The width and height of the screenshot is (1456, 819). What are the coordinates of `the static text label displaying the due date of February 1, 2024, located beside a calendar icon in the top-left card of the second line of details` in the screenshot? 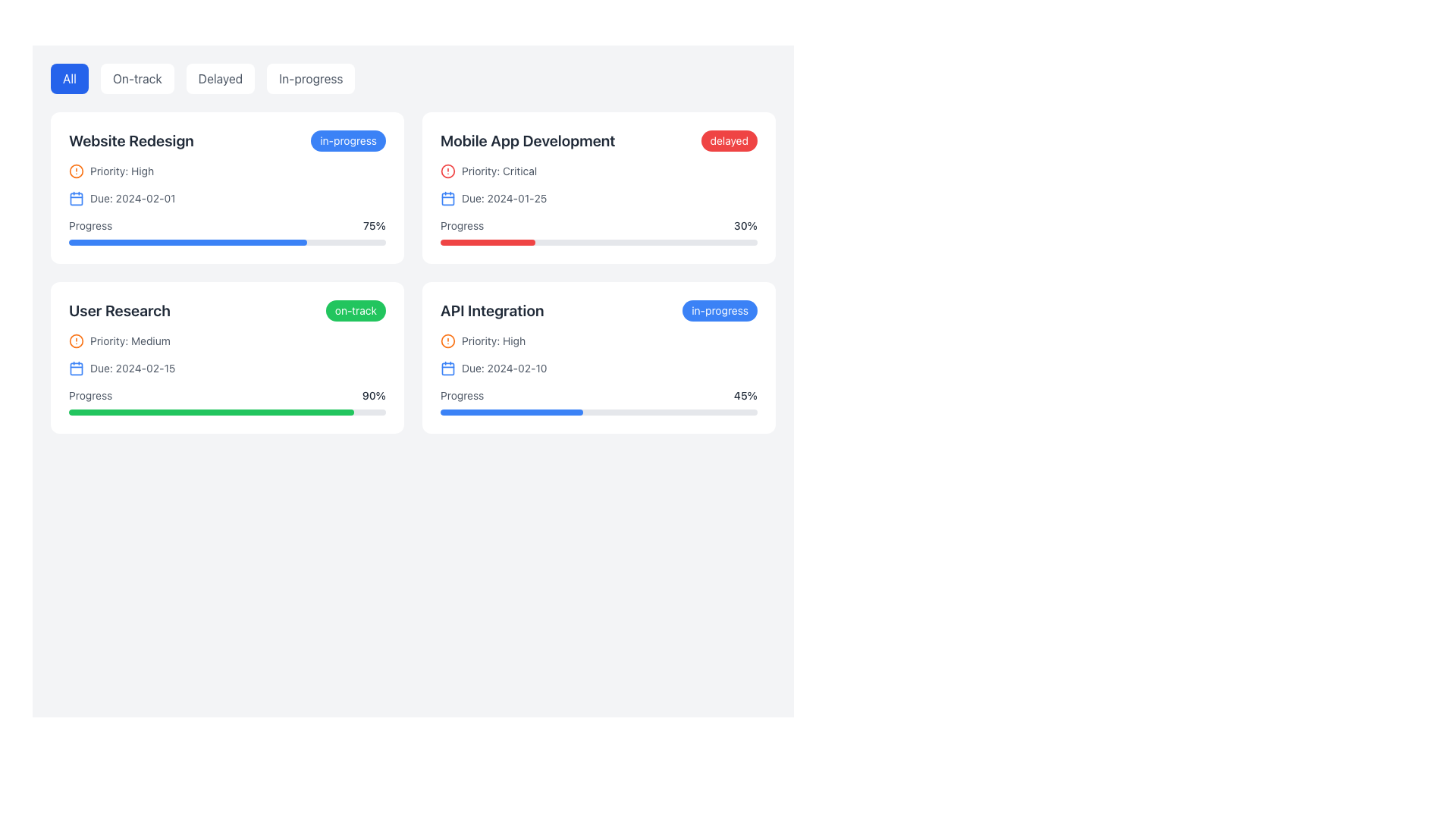 It's located at (133, 198).